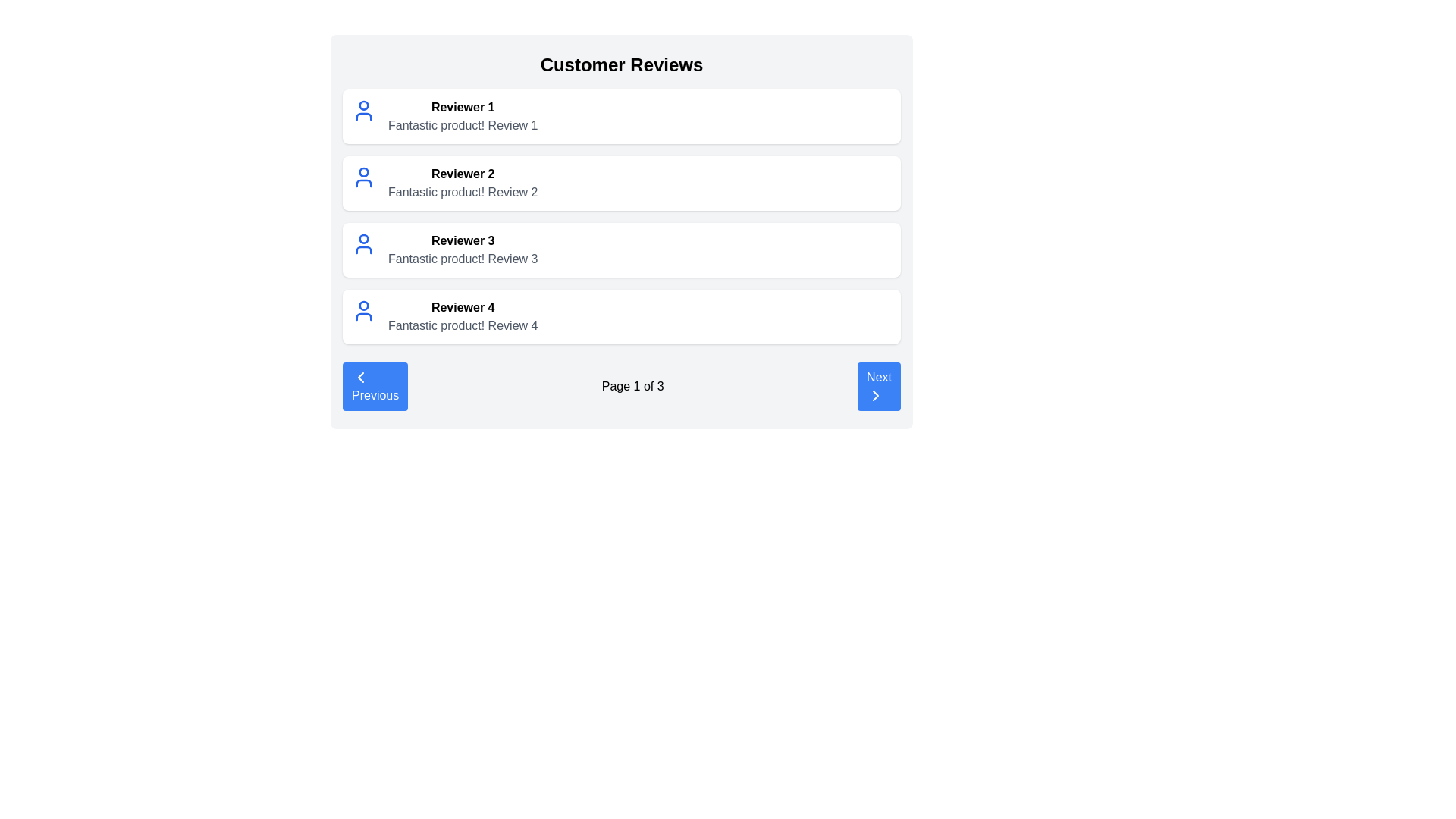 The width and height of the screenshot is (1456, 819). I want to click on the circular graphical icon located near the top-left corner of the user icon graphic within the first review entry, so click(364, 104).